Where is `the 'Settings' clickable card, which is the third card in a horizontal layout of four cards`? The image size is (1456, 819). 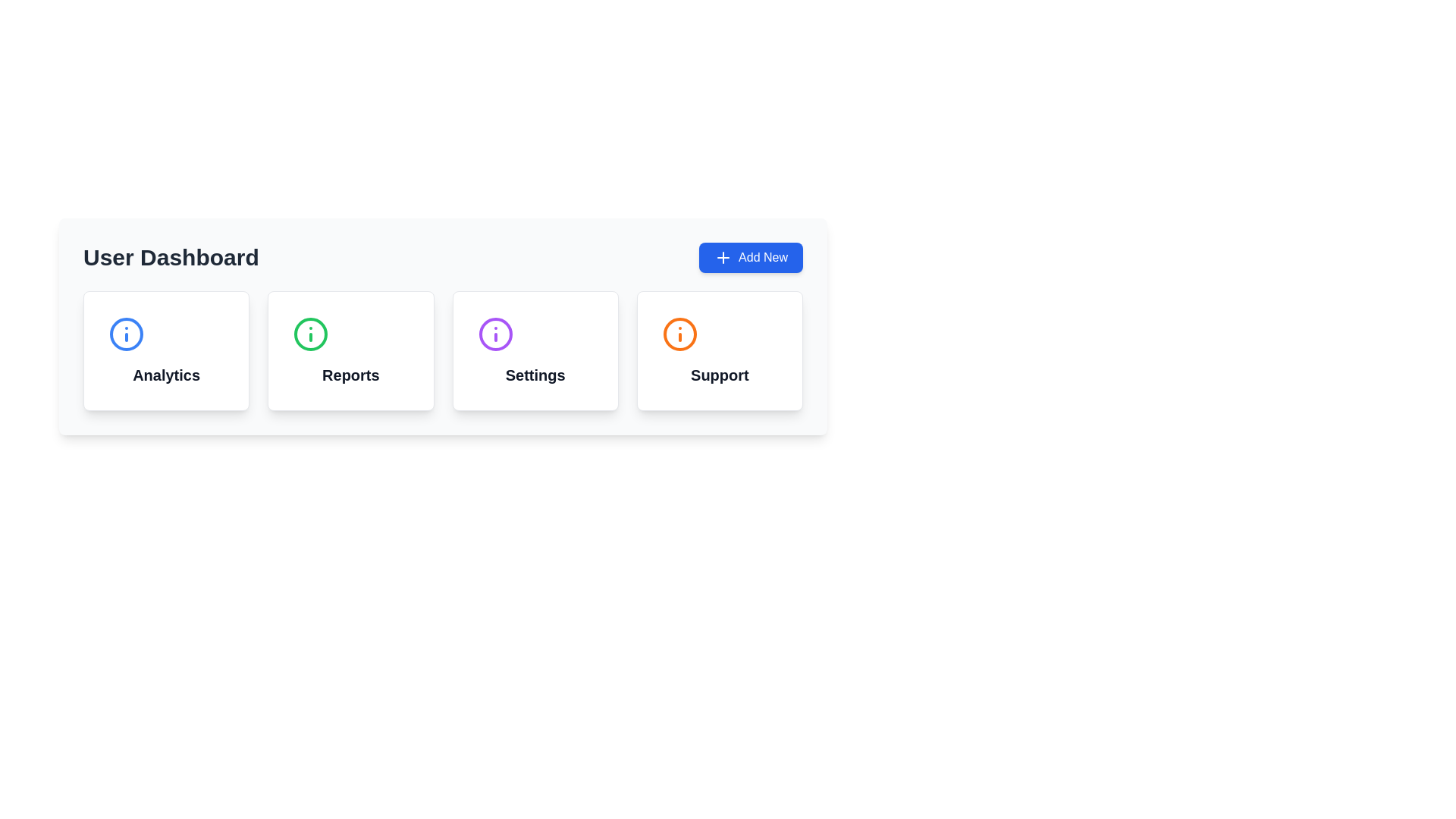 the 'Settings' clickable card, which is the third card in a horizontal layout of four cards is located at coordinates (535, 350).